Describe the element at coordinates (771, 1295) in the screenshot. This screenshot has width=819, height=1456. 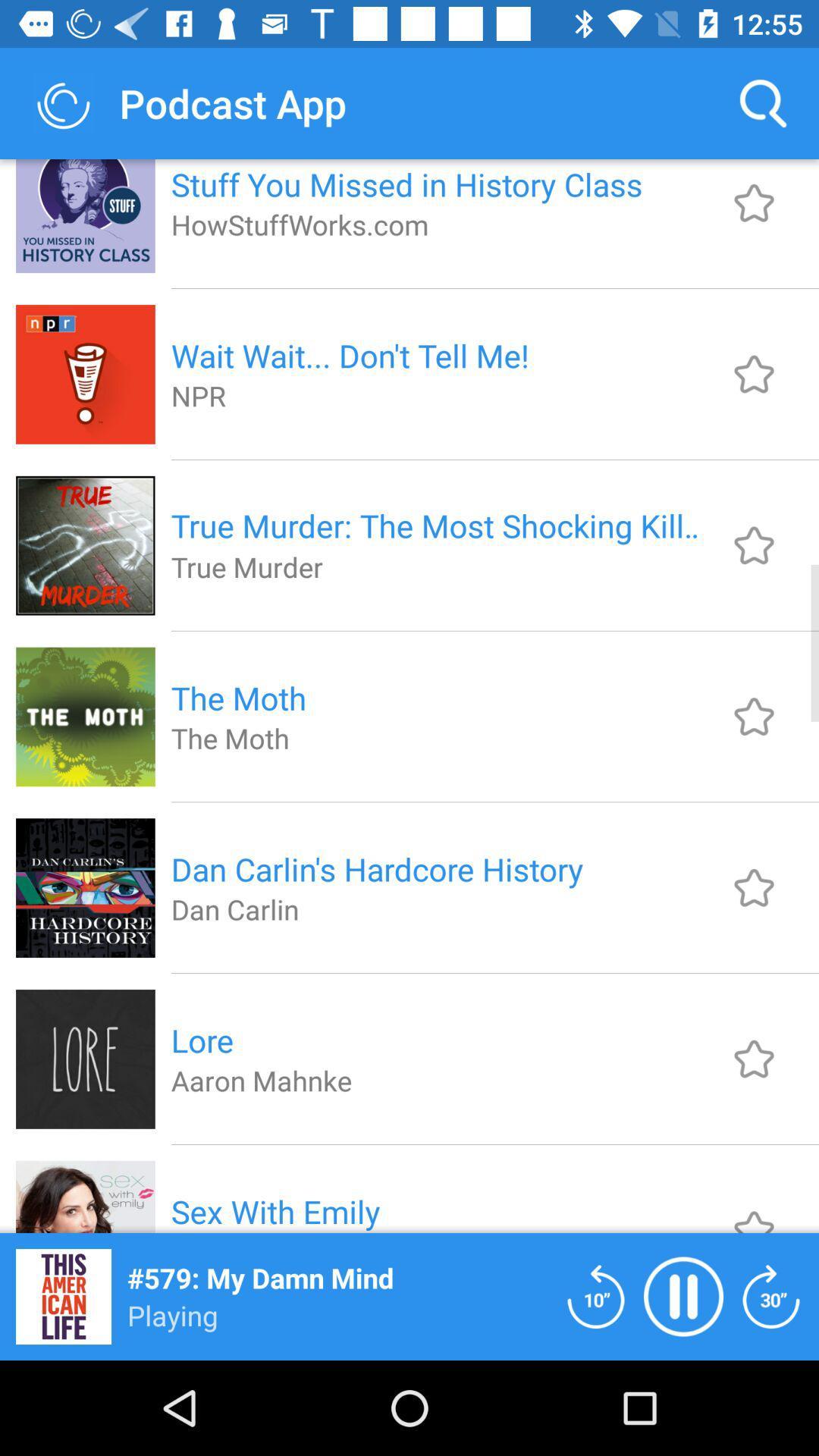
I see `fast forward` at that location.